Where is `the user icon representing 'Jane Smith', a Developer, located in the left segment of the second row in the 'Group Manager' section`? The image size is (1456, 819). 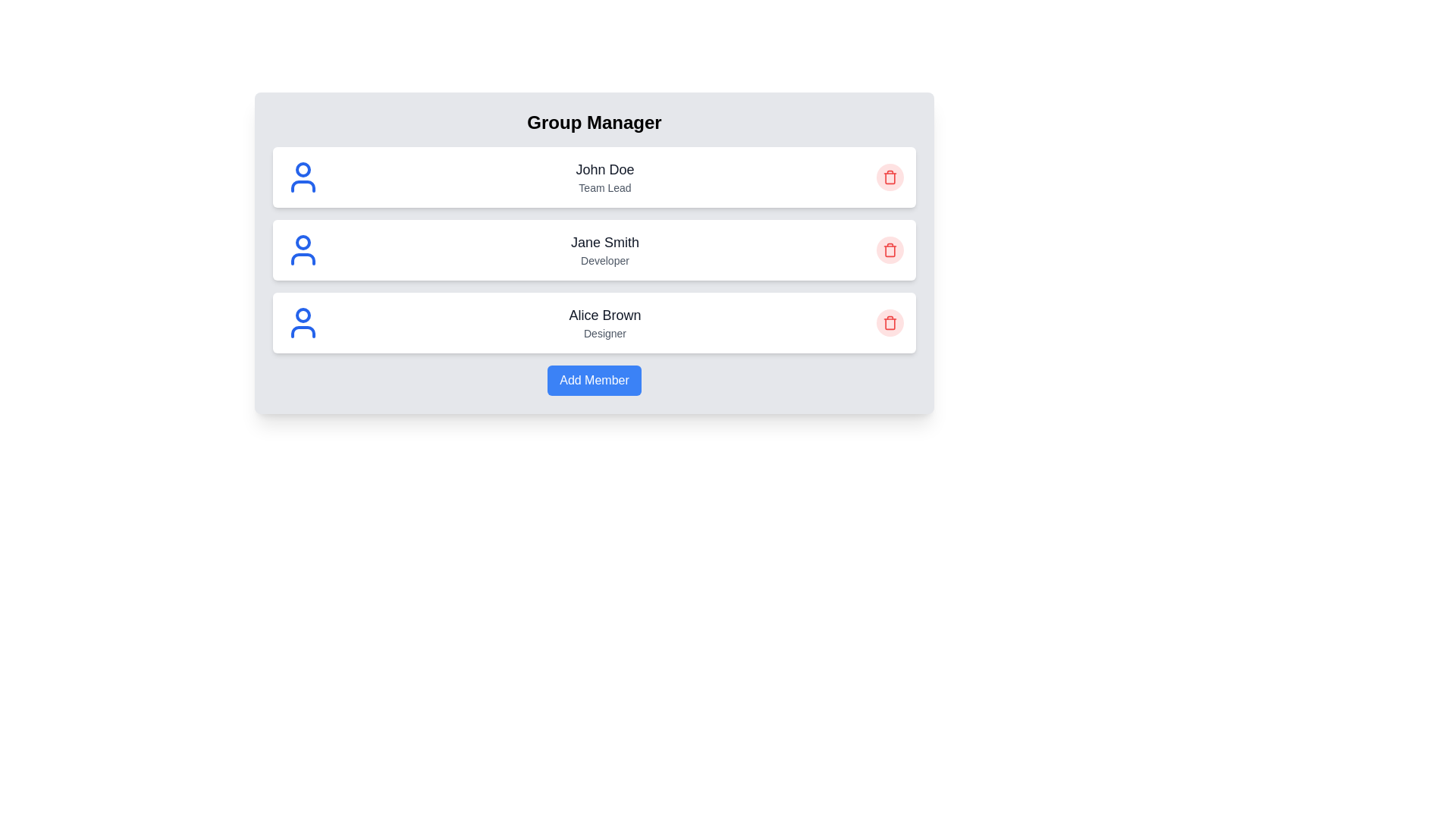
the user icon representing 'Jane Smith', a Developer, located in the left segment of the second row in the 'Group Manager' section is located at coordinates (303, 249).